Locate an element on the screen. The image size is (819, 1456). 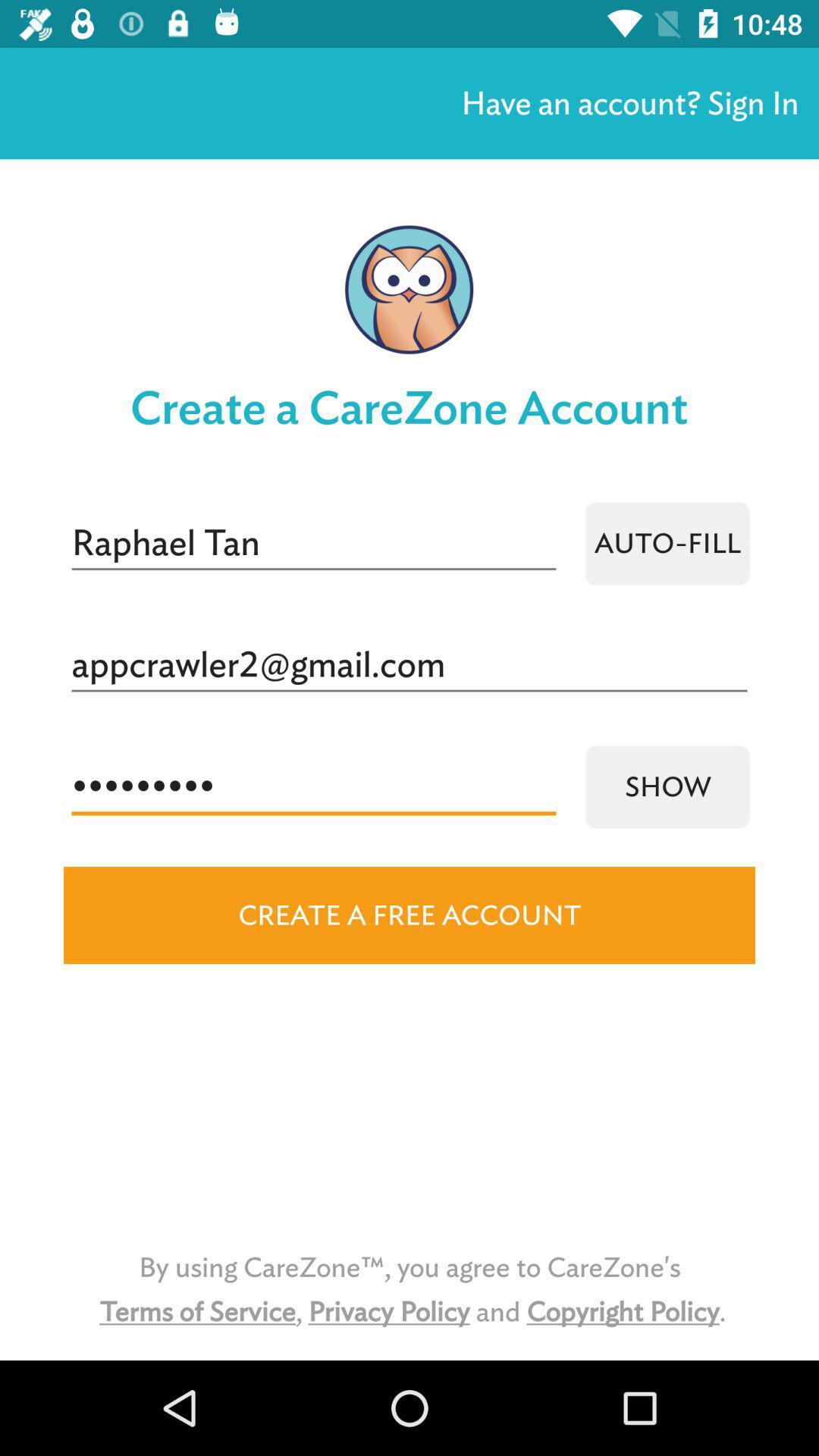
item below create a carezone item is located at coordinates (667, 543).